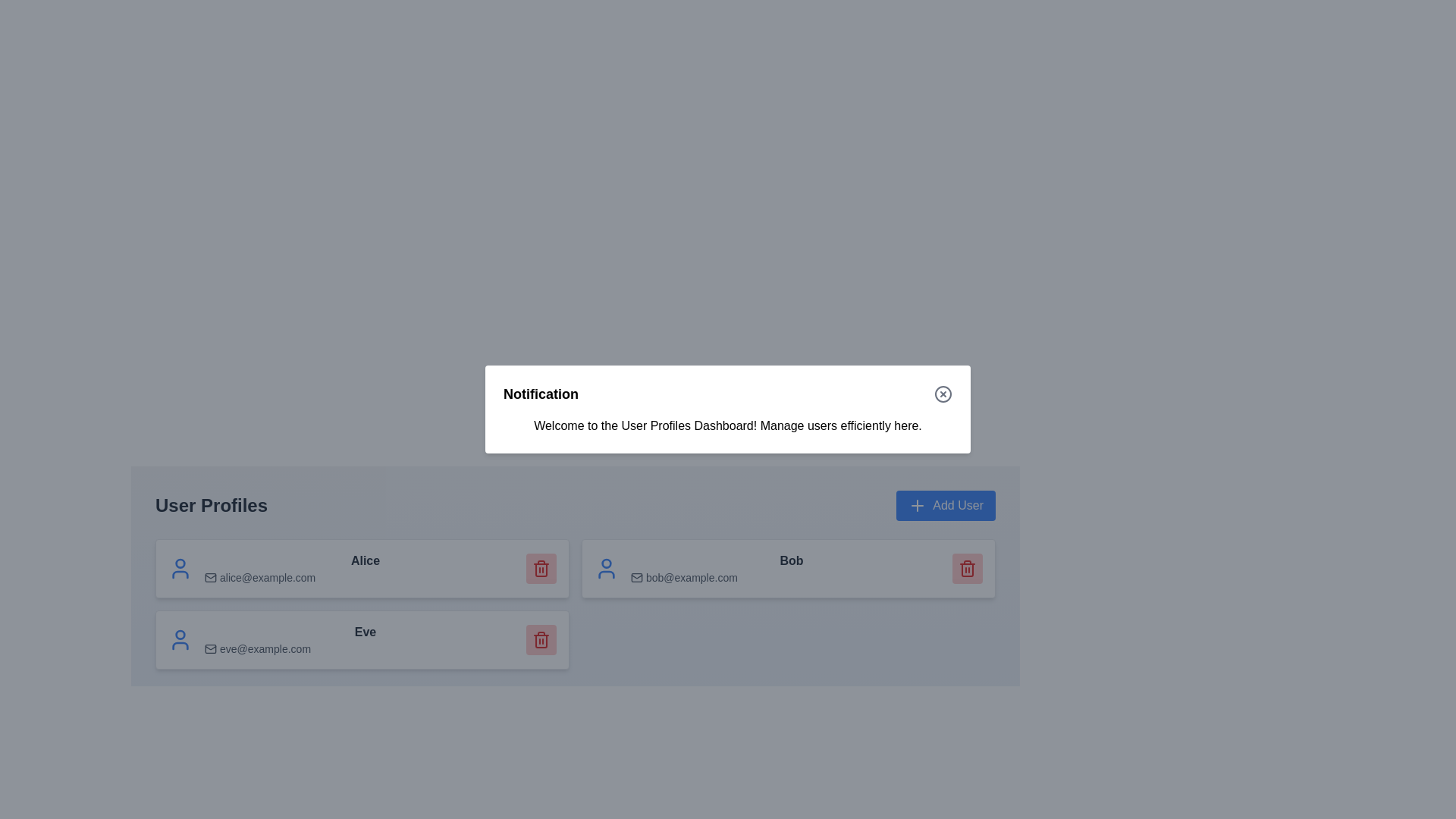  I want to click on the decorative graphical element that forms the bottom part of the user icon representing user 'Eve' in the 'User Profiles' area, so click(180, 646).